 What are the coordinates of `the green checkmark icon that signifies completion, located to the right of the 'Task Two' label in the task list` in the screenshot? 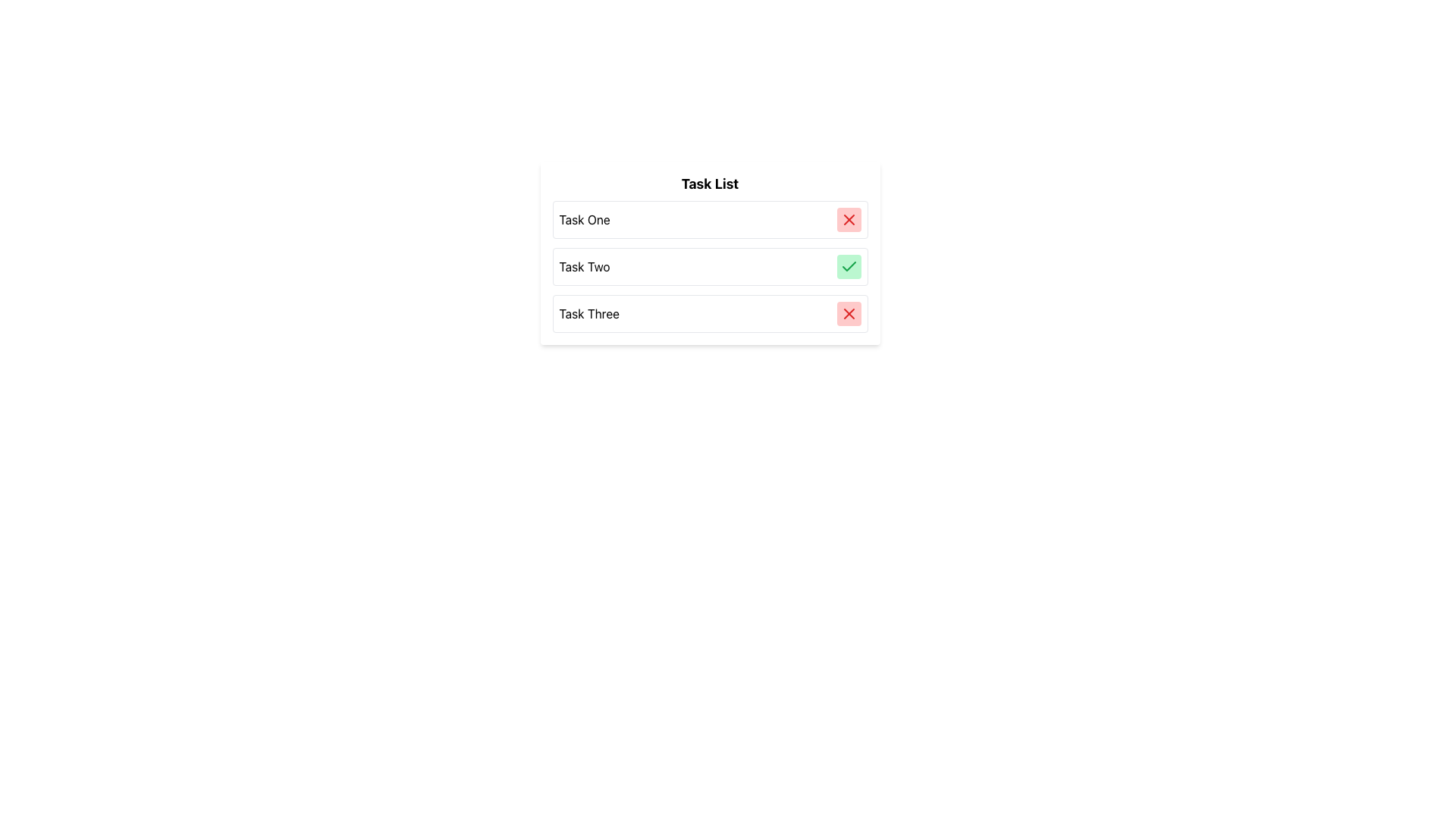 It's located at (848, 265).